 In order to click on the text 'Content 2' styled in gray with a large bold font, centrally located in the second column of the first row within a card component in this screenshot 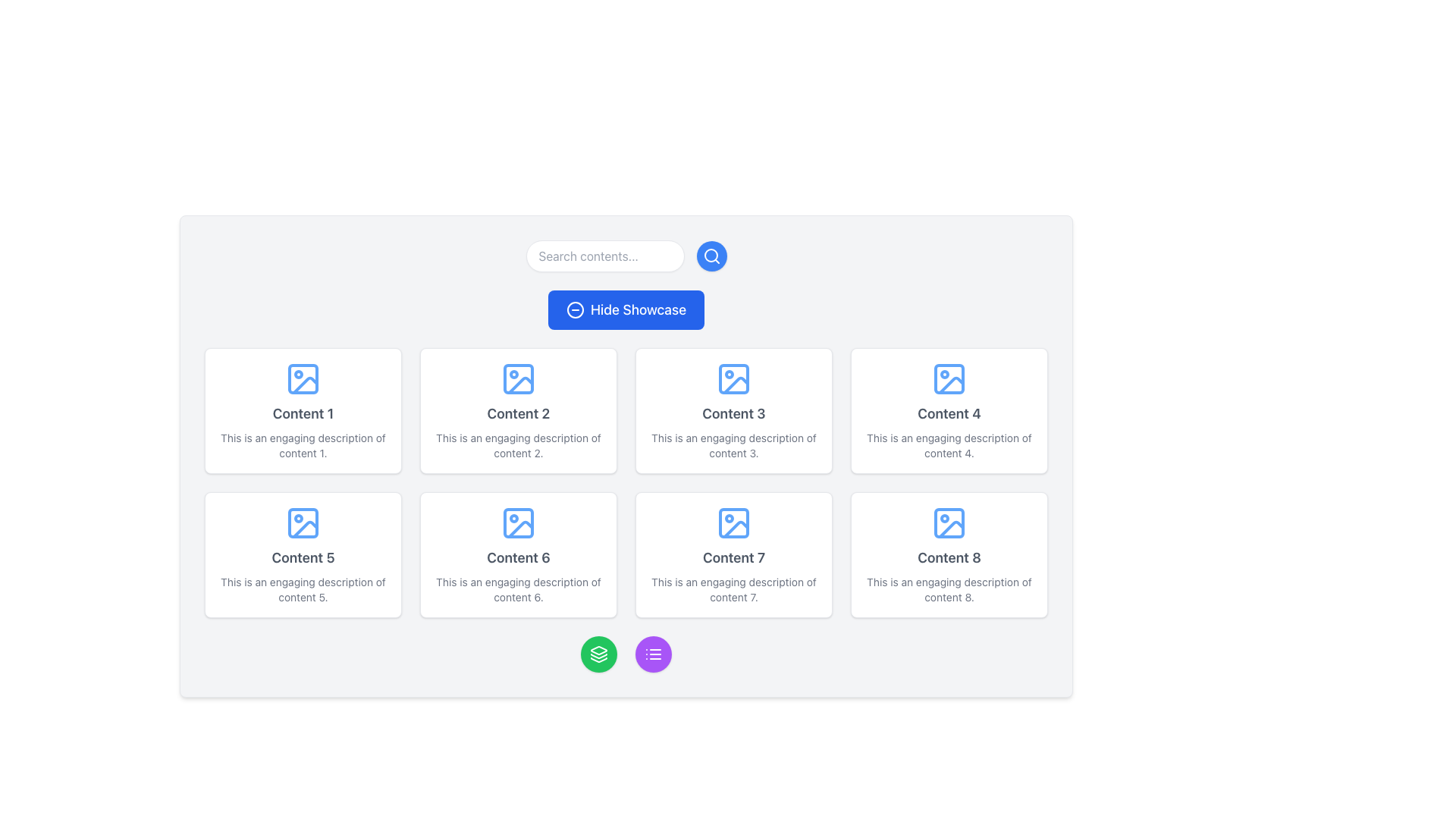, I will do `click(518, 414)`.